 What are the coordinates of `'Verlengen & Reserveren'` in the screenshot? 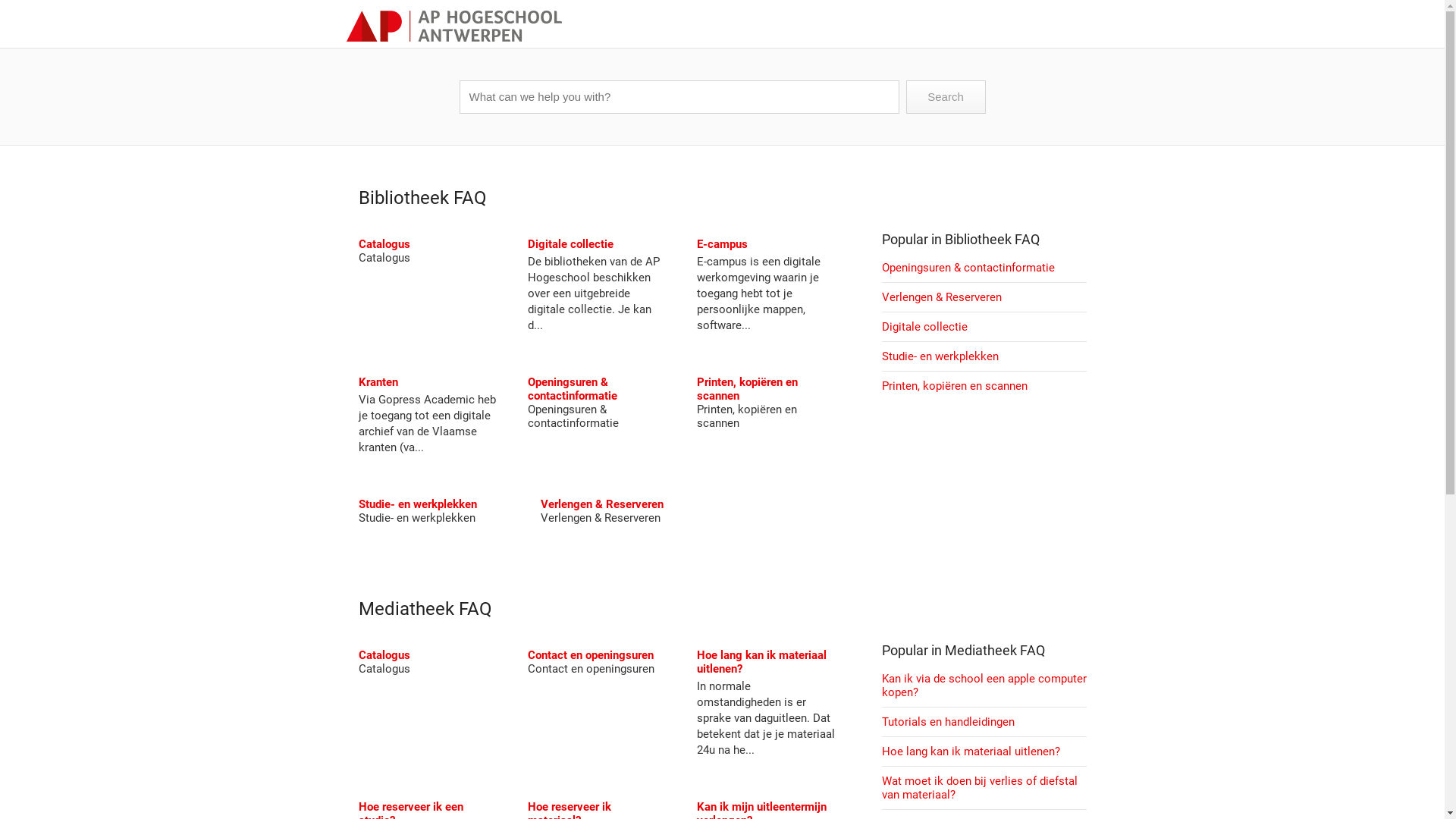 It's located at (539, 504).